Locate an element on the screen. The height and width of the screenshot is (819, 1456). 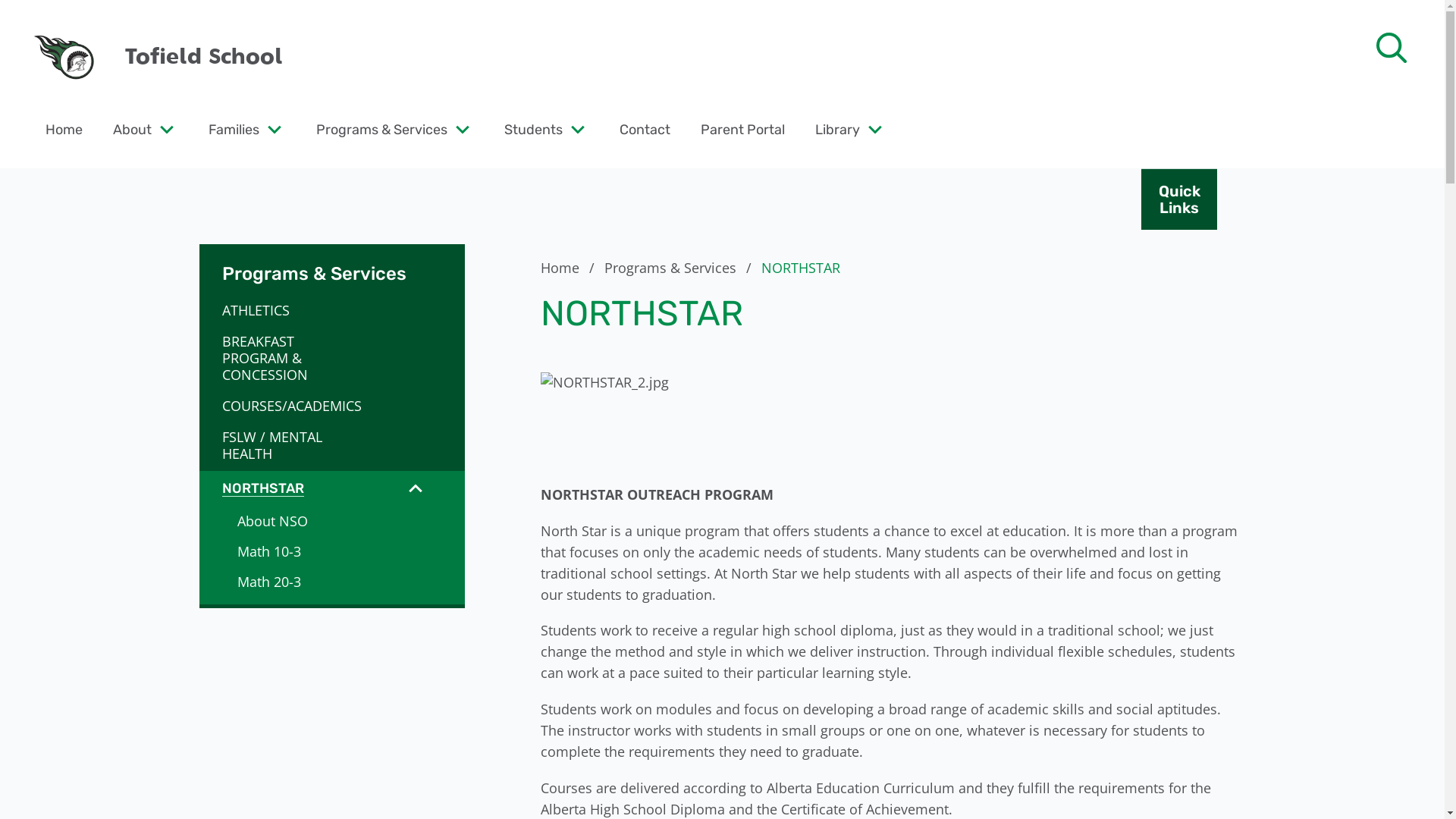
'Home' is located at coordinates (63, 128).